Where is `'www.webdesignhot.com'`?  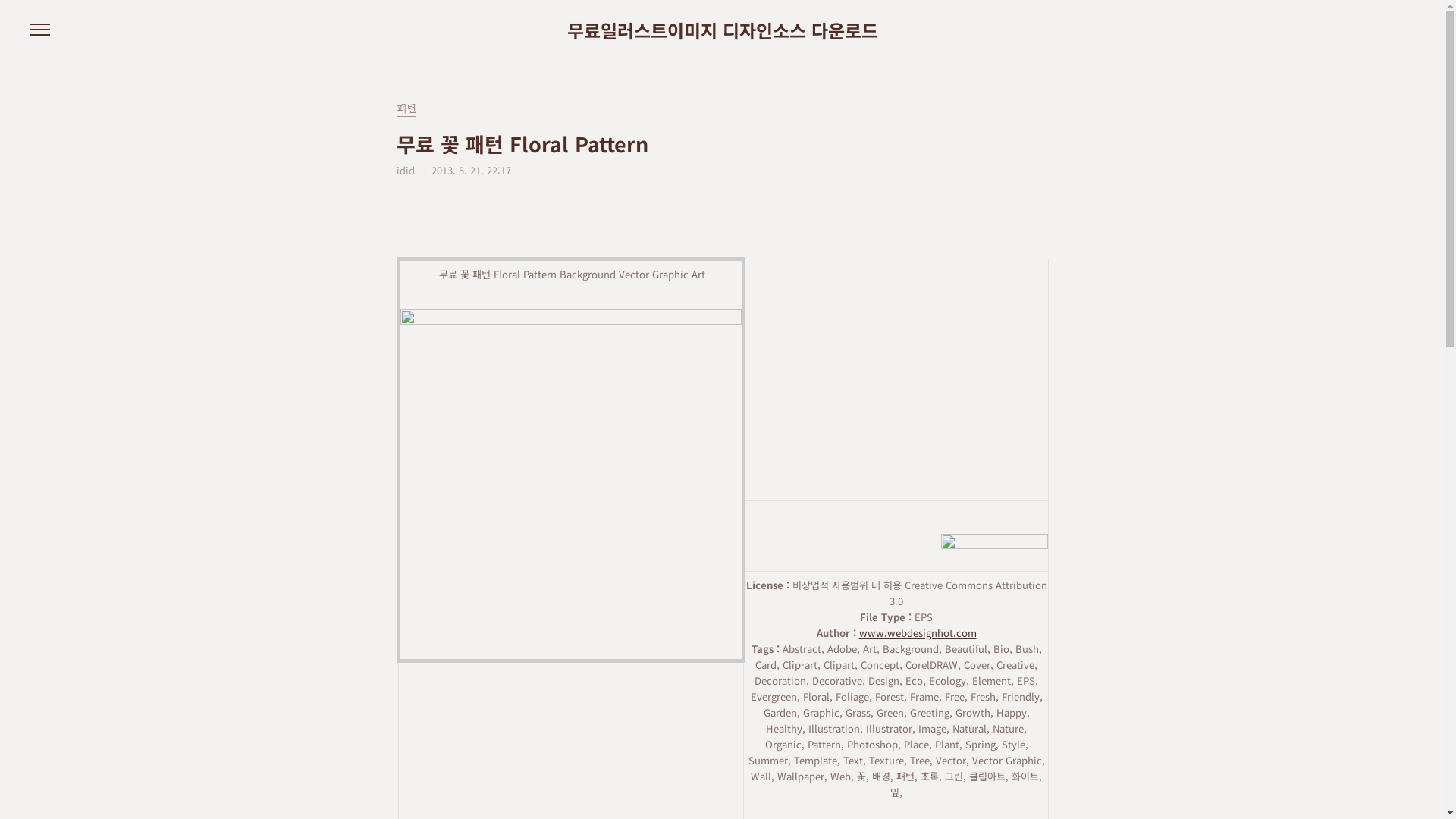
'www.webdesignhot.com' is located at coordinates (858, 632).